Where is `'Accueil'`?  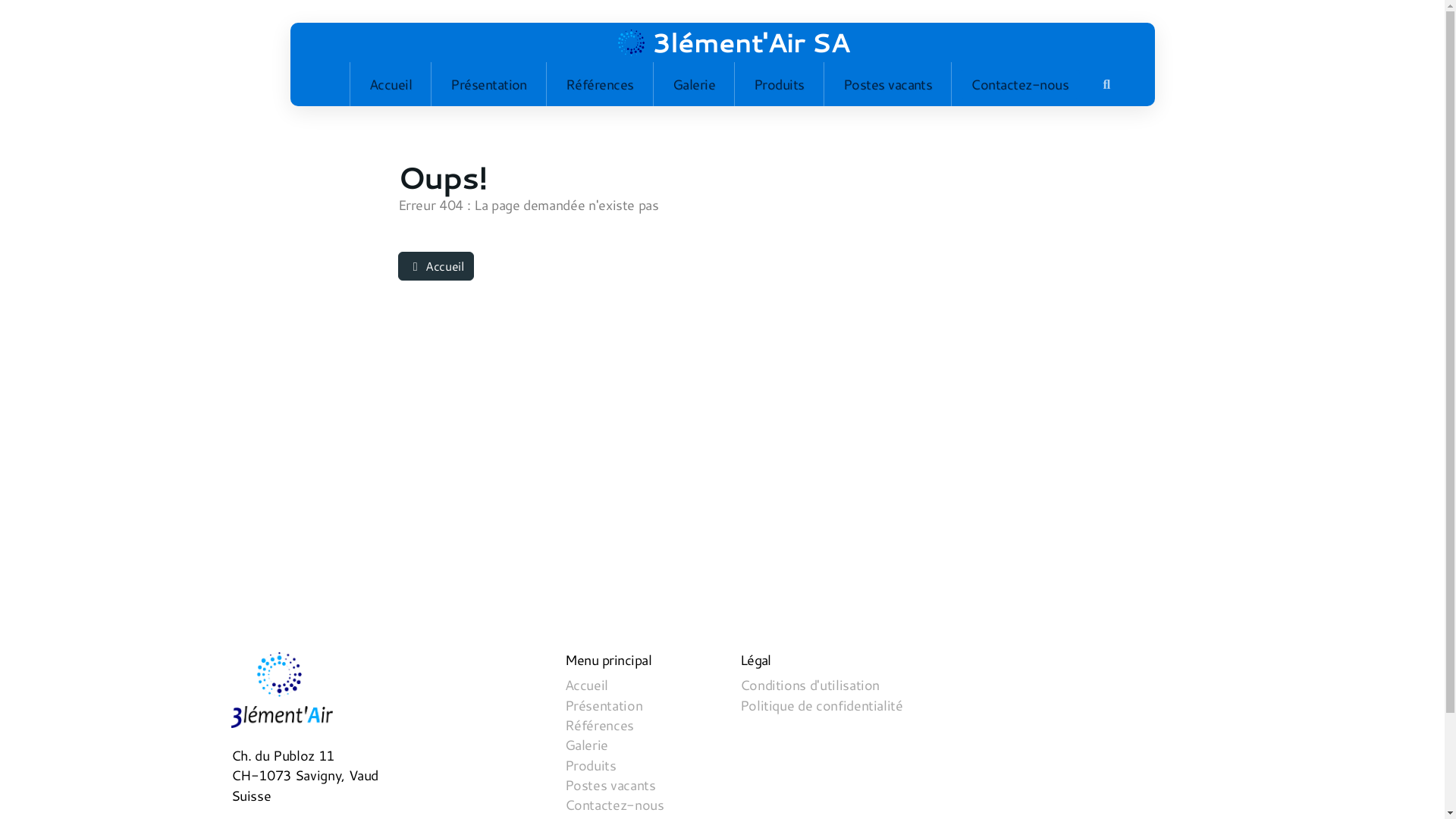 'Accueil' is located at coordinates (391, 84).